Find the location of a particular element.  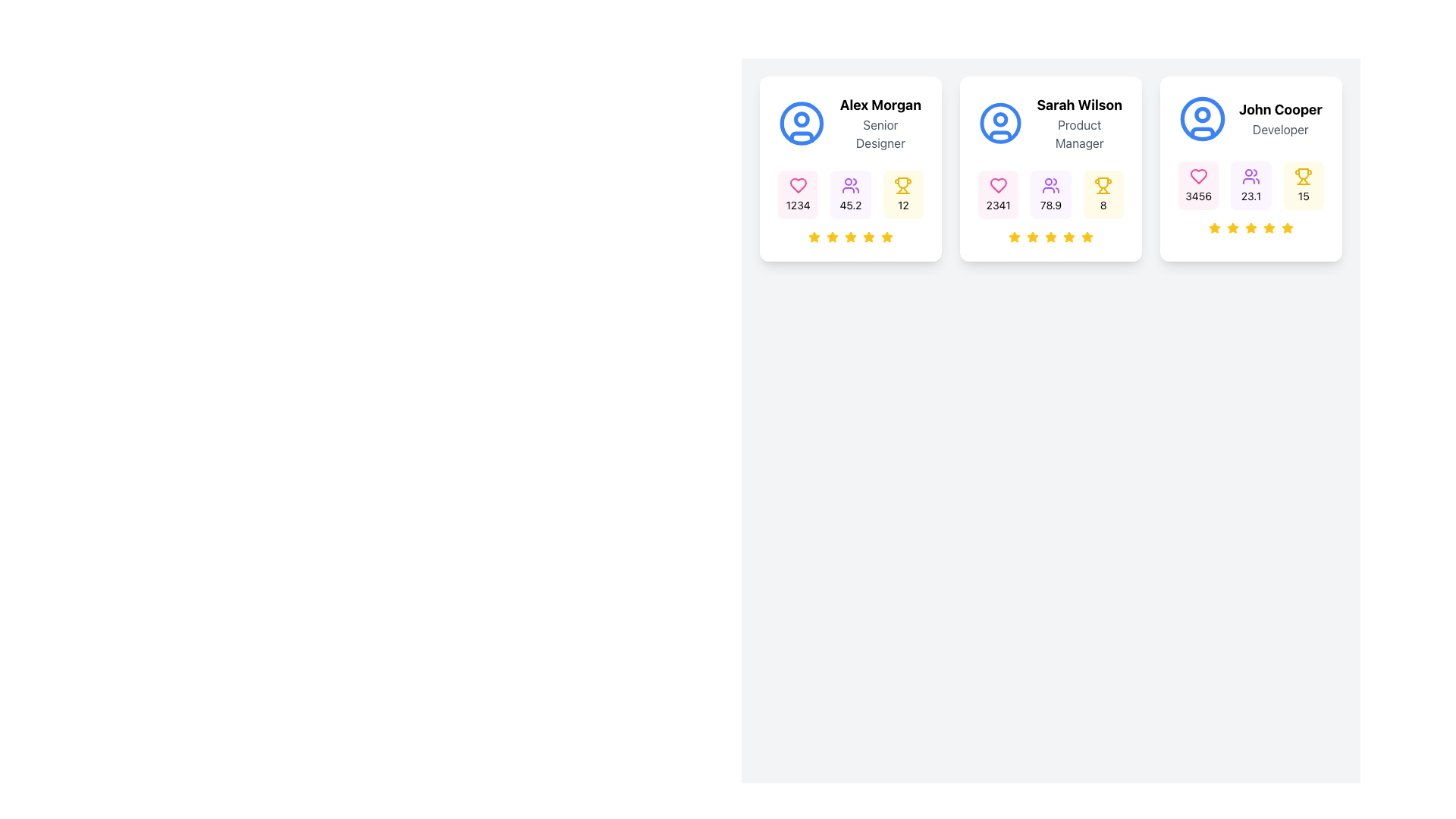

the text label that describes the job title for the profile of Alex Morgan, located in the first profile card, below the name and above the icons and statistics section is located at coordinates (880, 133).